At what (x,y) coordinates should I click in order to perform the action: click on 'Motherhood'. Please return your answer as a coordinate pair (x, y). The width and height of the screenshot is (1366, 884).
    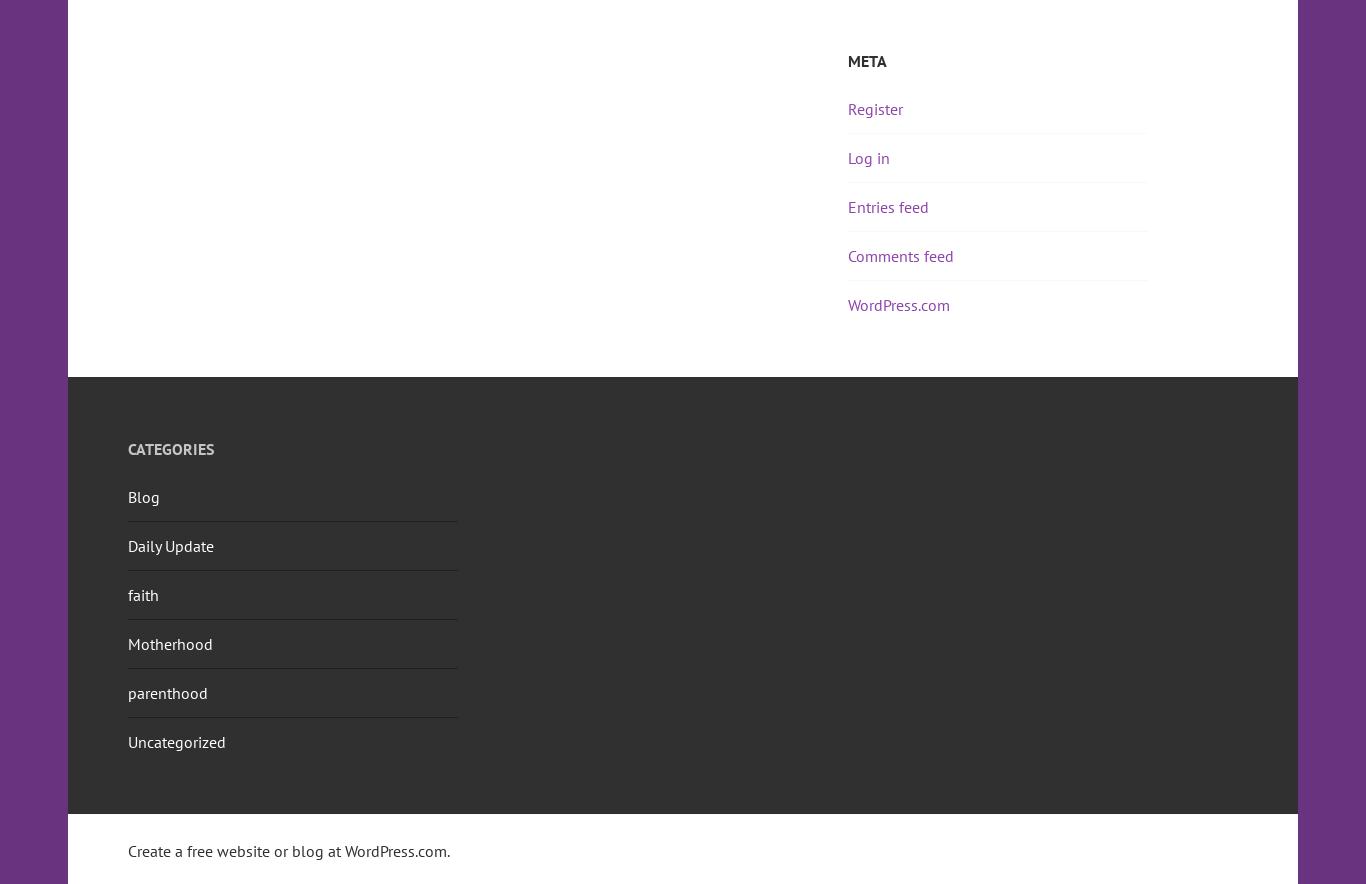
    Looking at the image, I should click on (169, 642).